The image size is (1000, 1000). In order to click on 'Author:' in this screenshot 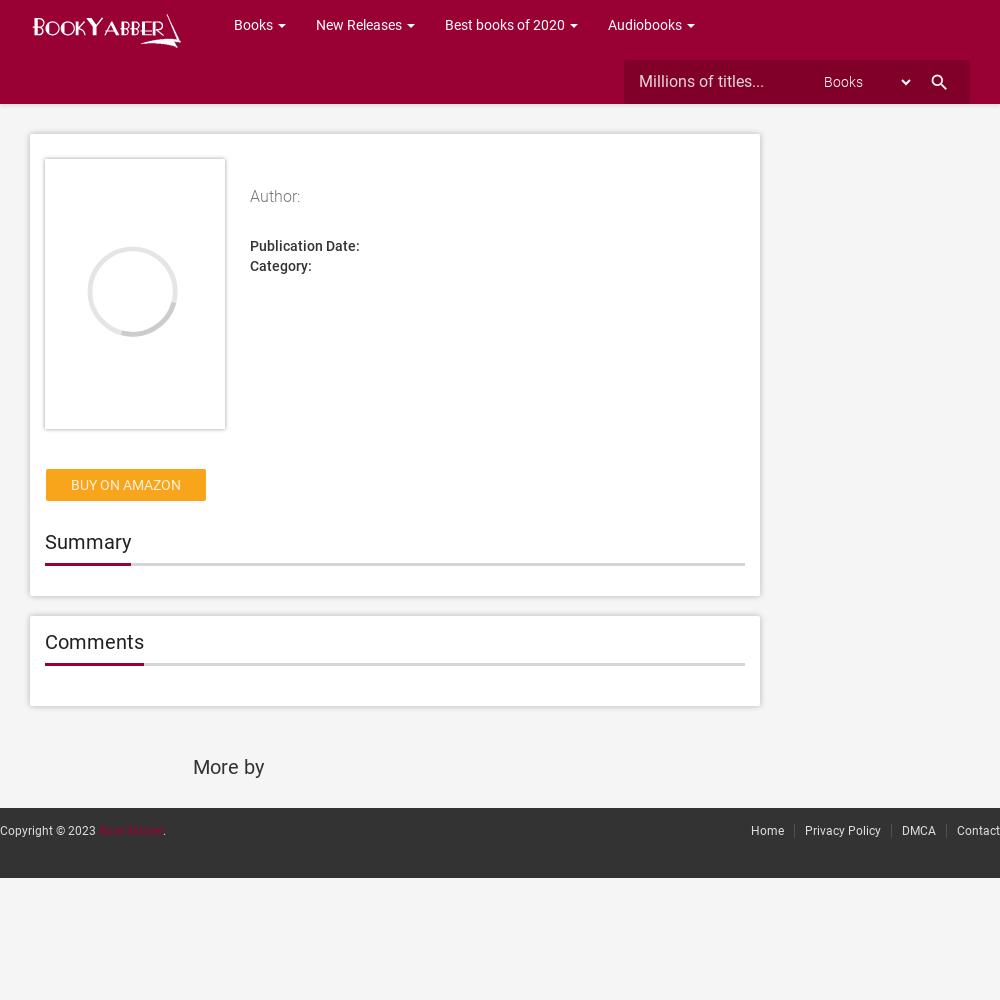, I will do `click(275, 195)`.